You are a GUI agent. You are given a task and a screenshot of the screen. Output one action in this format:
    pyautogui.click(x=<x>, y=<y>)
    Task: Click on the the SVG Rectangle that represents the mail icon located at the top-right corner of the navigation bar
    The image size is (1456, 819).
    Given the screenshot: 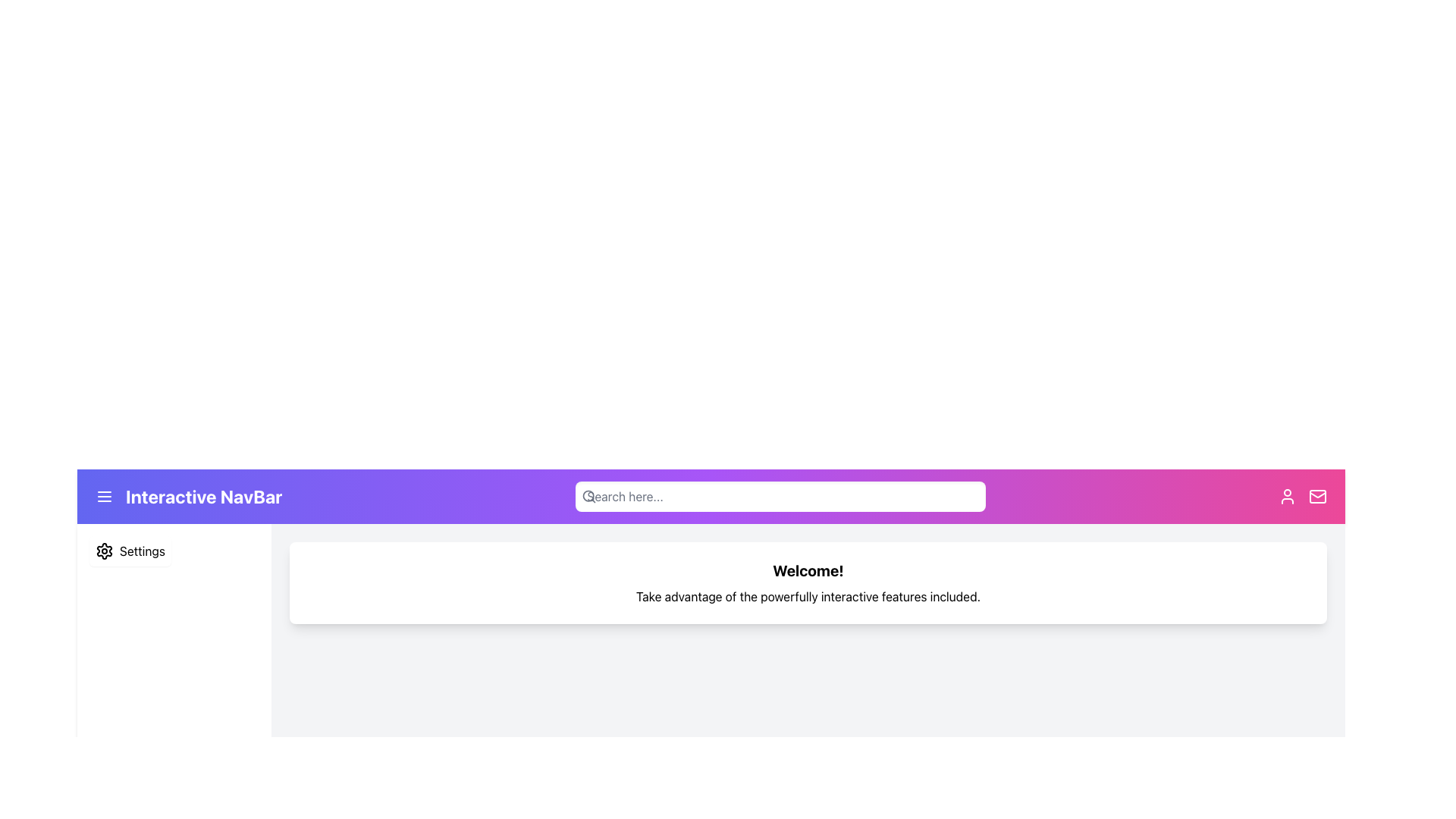 What is the action you would take?
    pyautogui.click(x=1316, y=497)
    